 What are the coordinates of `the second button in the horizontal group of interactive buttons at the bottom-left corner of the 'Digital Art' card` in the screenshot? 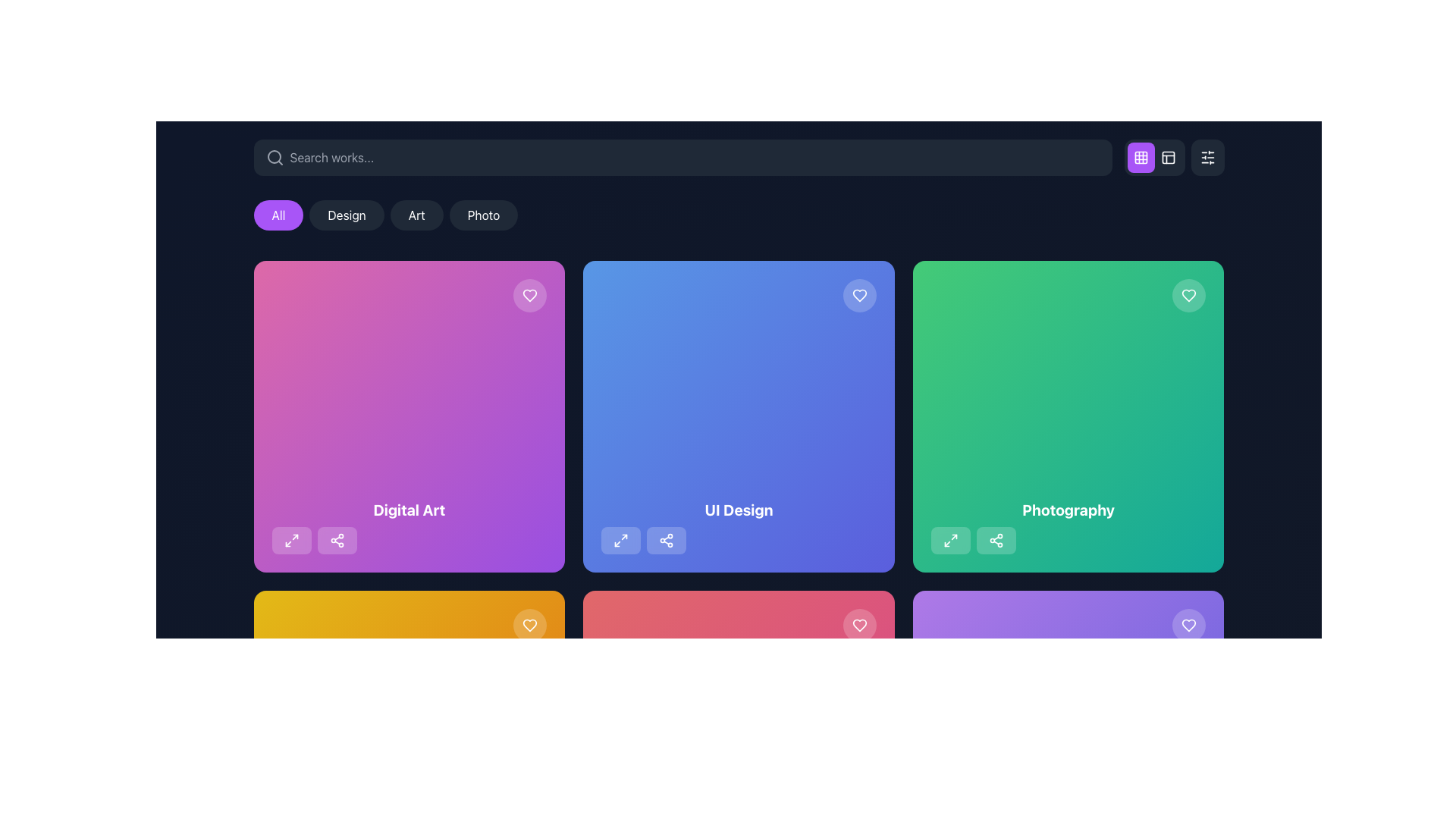 It's located at (336, 539).